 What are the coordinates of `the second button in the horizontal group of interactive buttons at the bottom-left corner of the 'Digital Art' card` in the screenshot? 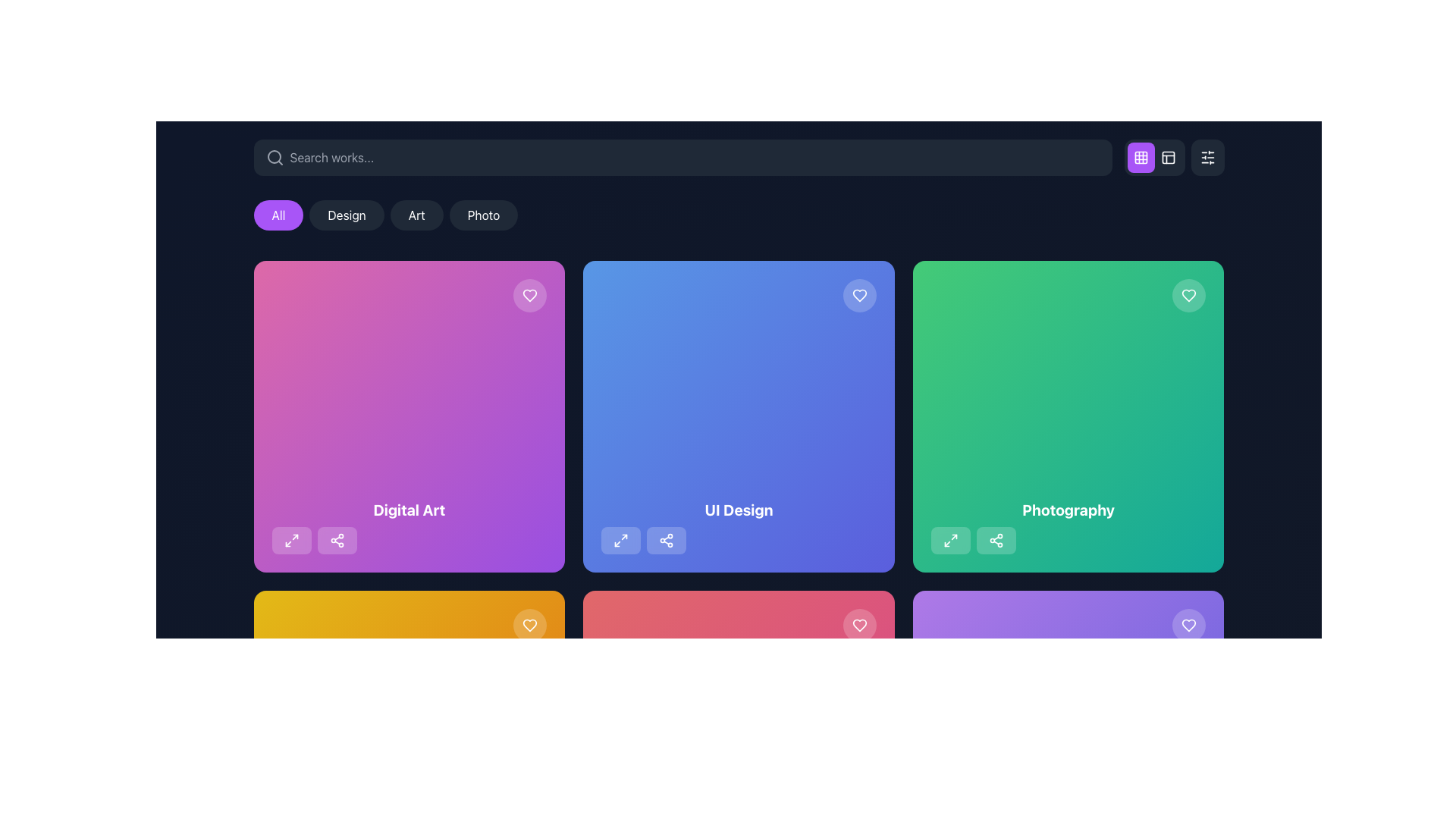 It's located at (336, 539).